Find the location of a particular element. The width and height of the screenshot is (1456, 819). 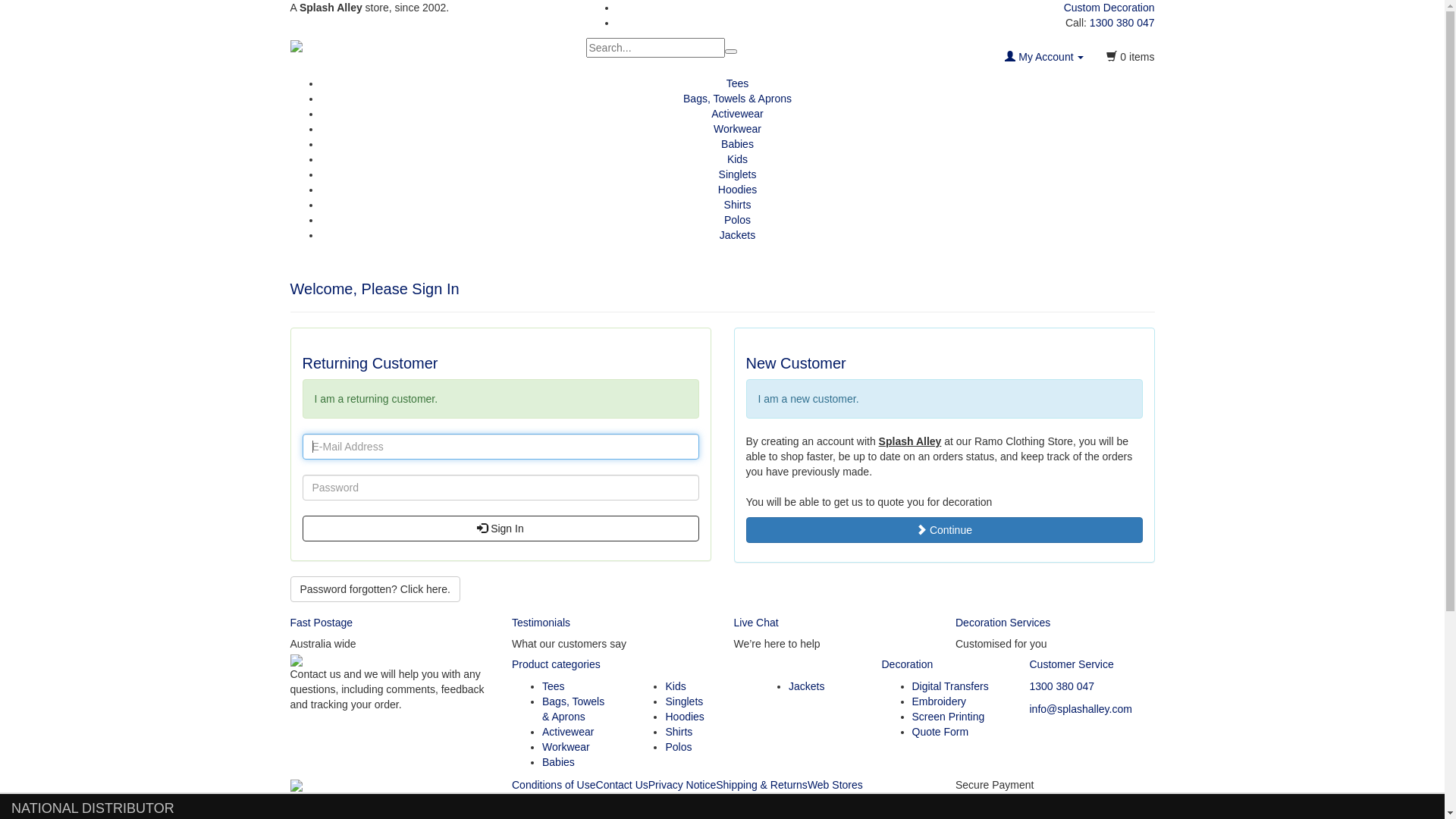

'Conditions of Use' is located at coordinates (553, 784).